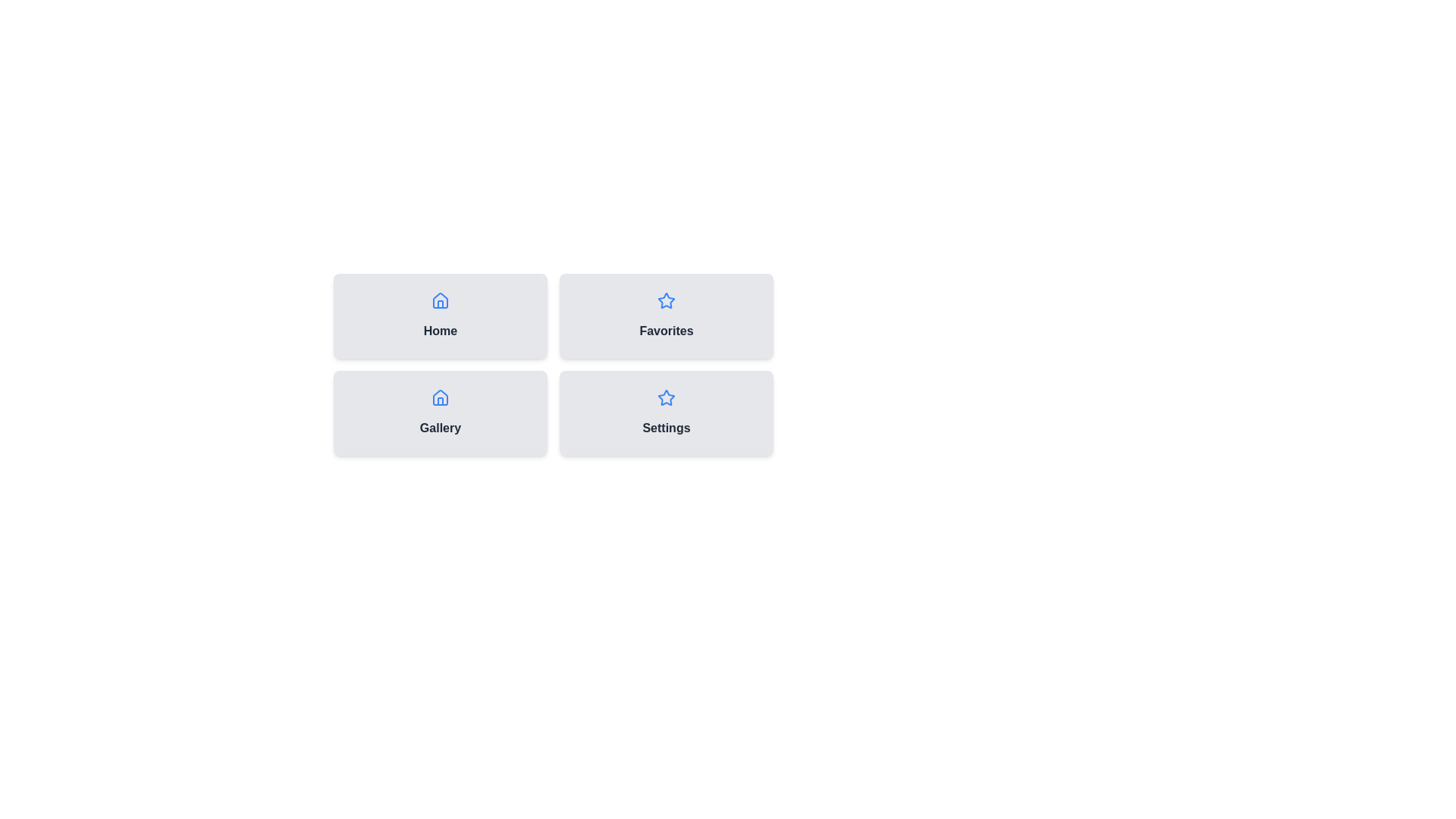  Describe the element at coordinates (439, 397) in the screenshot. I see `the home icon, which is a minimalist house-shaped SVG graphic located in the top-left quadrant of the grid, associated with the 'Home' button` at that location.